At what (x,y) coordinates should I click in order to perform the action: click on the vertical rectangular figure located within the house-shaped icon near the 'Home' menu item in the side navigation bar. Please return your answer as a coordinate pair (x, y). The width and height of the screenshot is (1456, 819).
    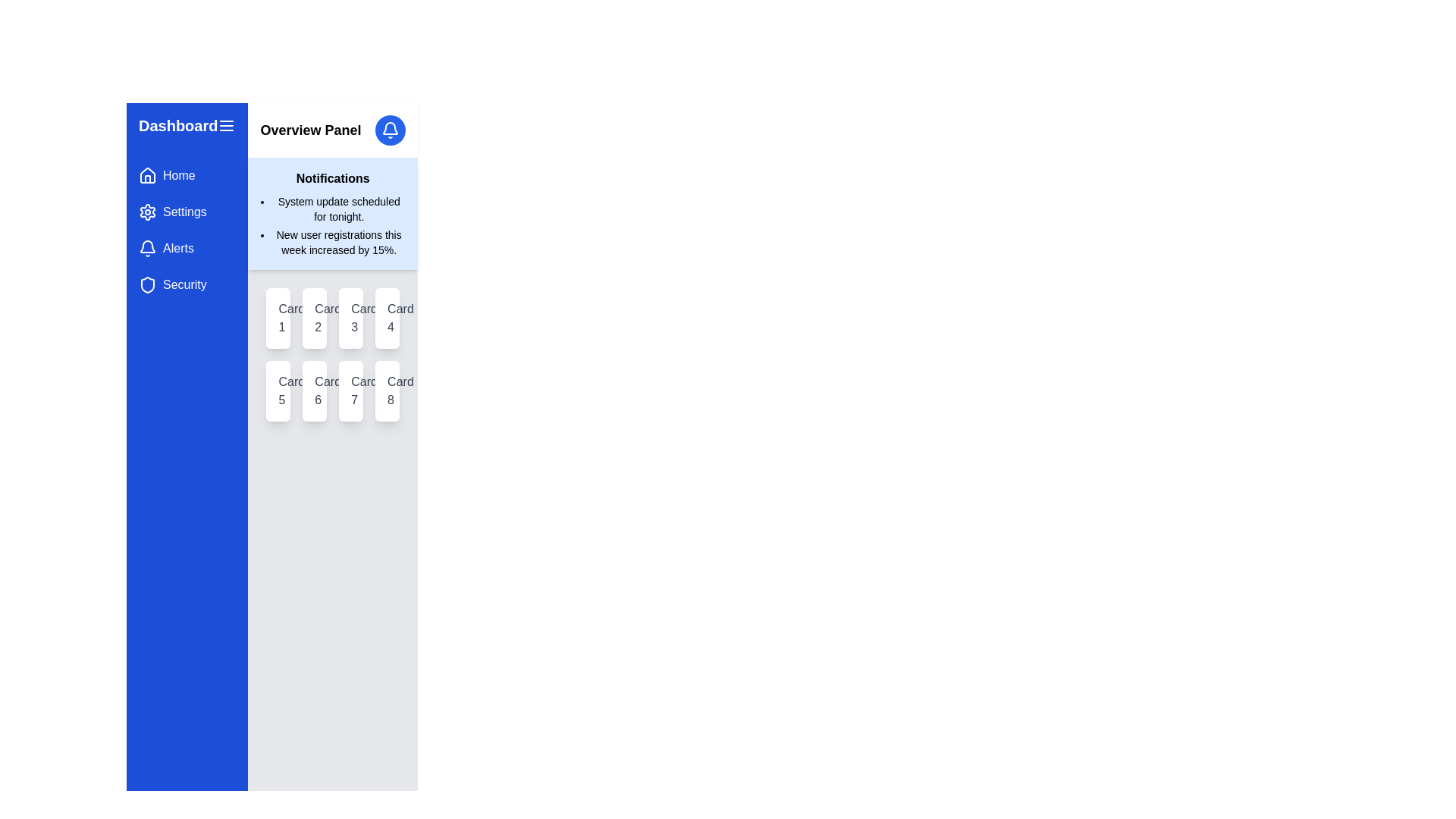
    Looking at the image, I should click on (148, 178).